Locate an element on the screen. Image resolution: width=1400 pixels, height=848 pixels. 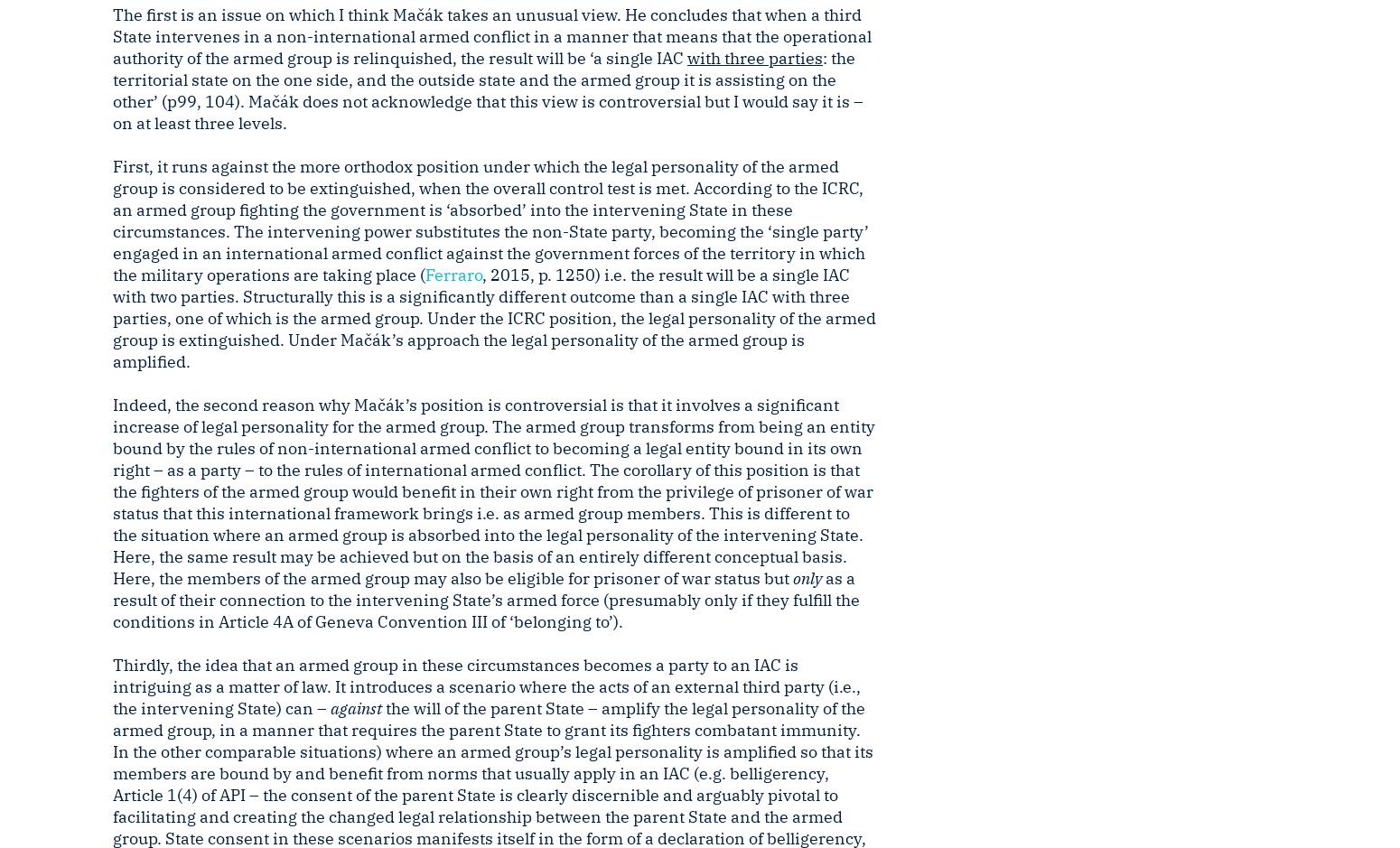
'The first is an issue on which I think Mačák takes an unusual view. He concludes that when a third State intervenes in a non-international armed conflict in a manner that means that the operational authority of the armed group is relinquished, the result will be ‘a single IAC' is located at coordinates (491, 35).